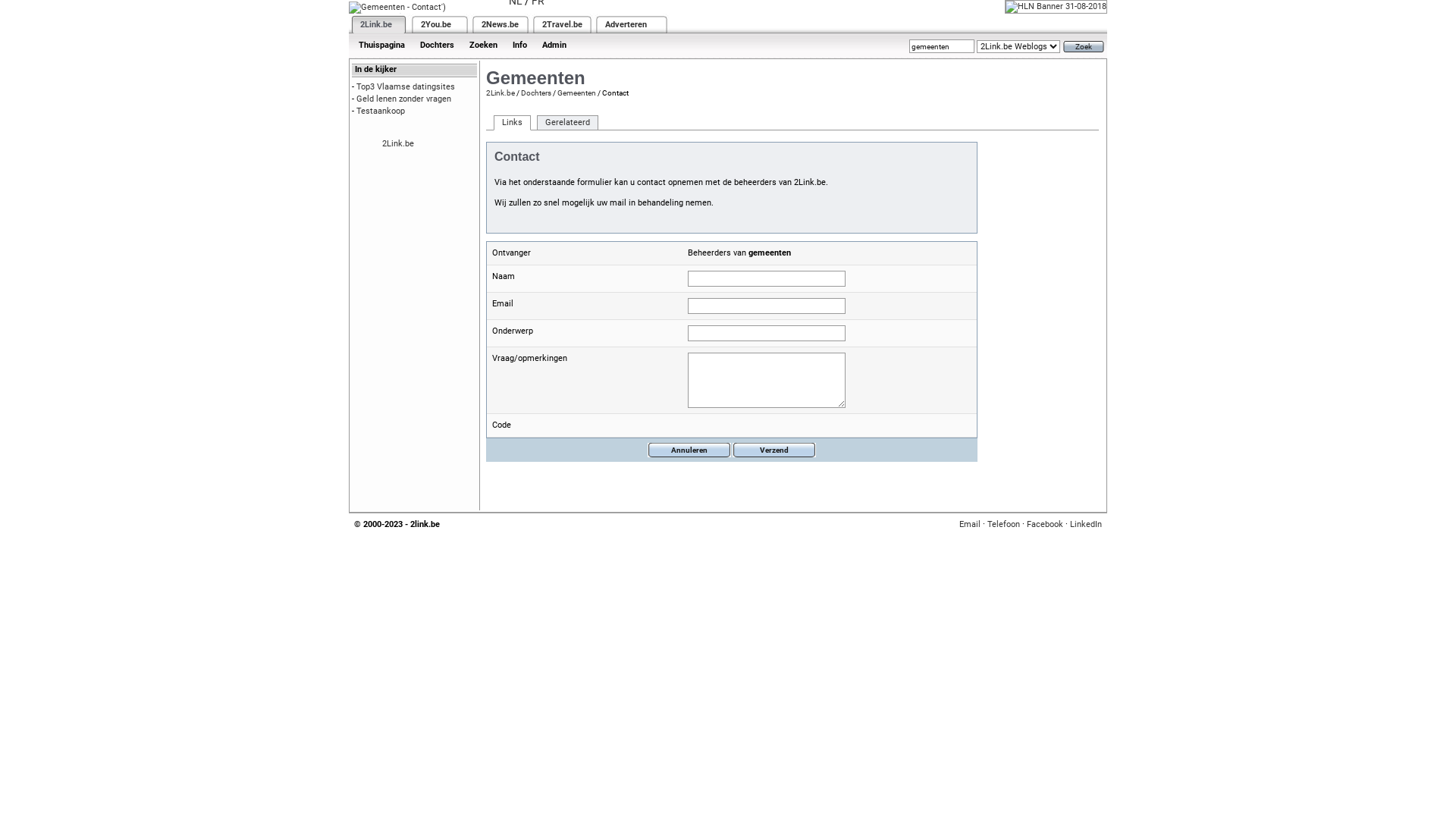  I want to click on 'Links', so click(512, 122).